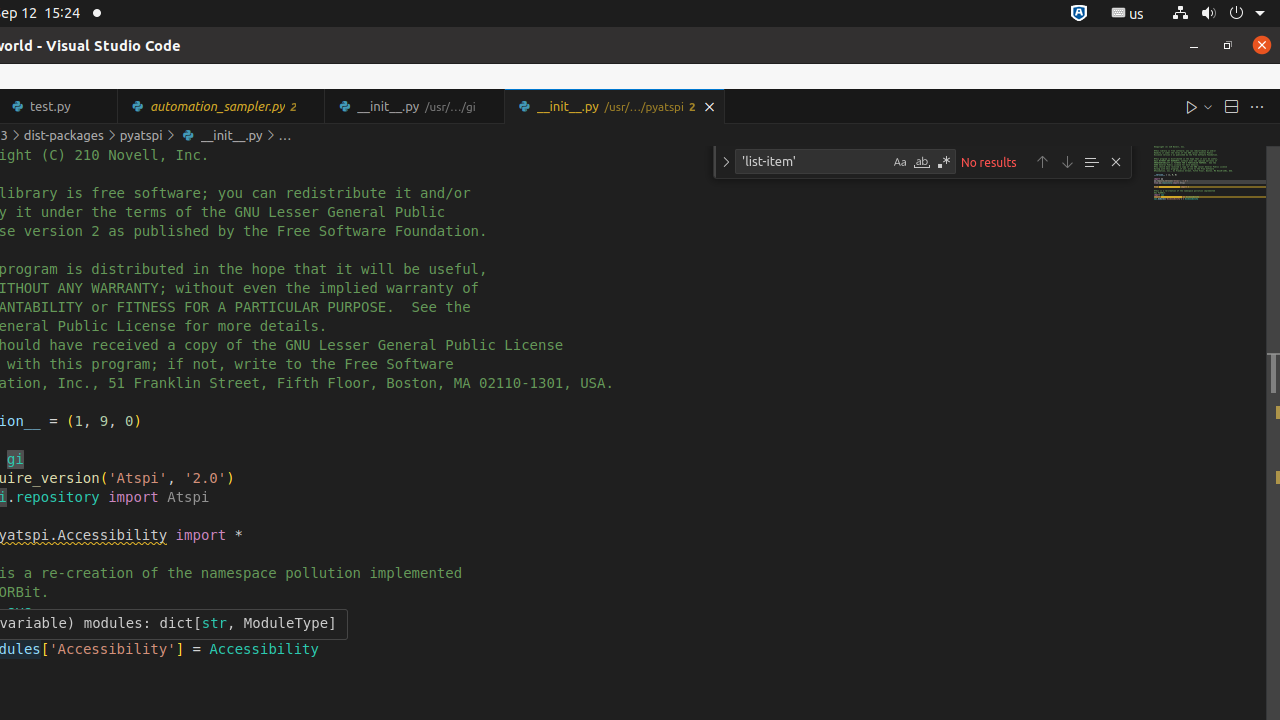  I want to click on 'Run or Debug...', so click(1206, 106).